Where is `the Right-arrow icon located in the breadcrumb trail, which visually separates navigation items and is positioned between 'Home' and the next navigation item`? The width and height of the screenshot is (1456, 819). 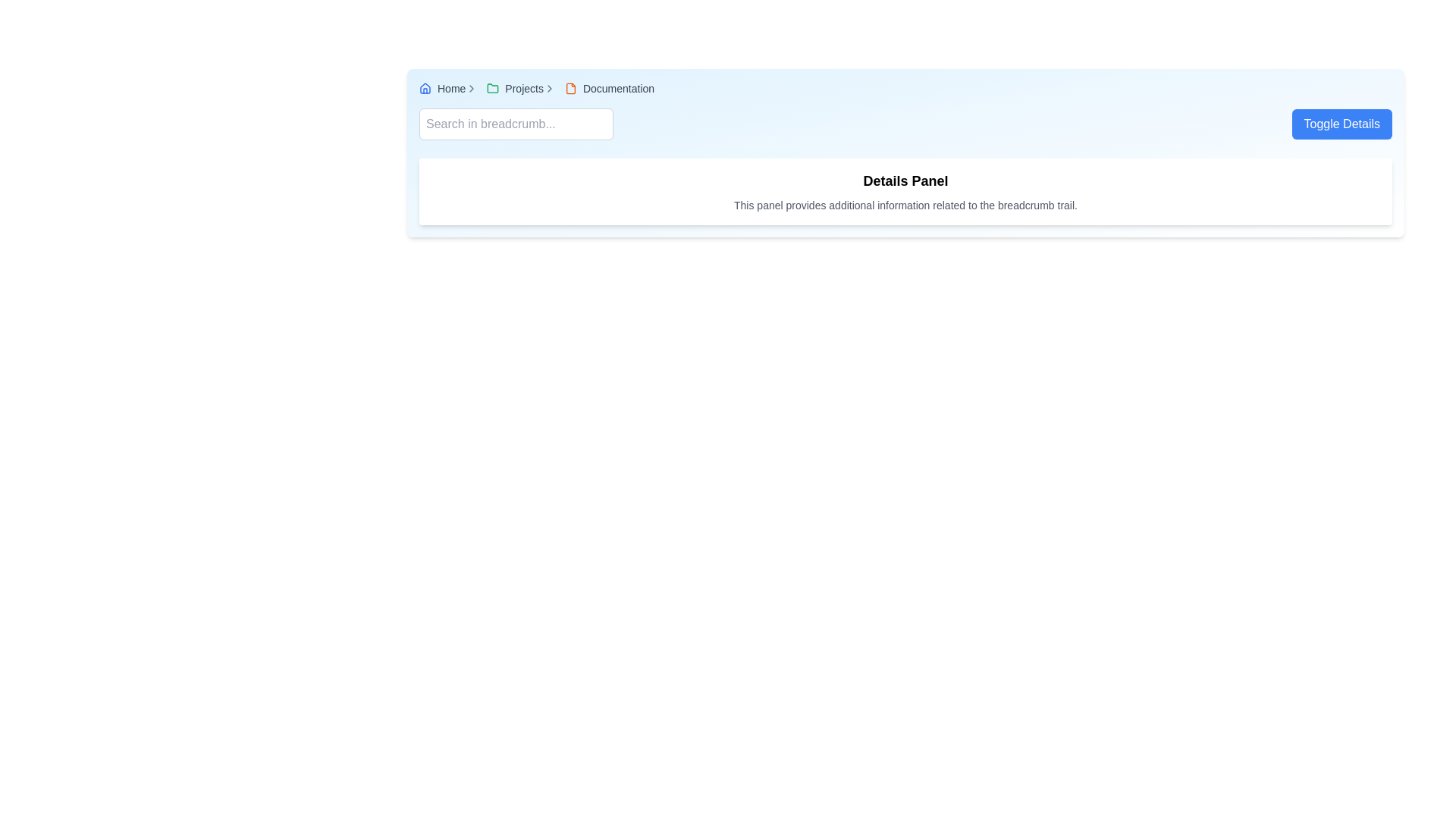
the Right-arrow icon located in the breadcrumb trail, which visually separates navigation items and is positioned between 'Home' and the next navigation item is located at coordinates (471, 88).